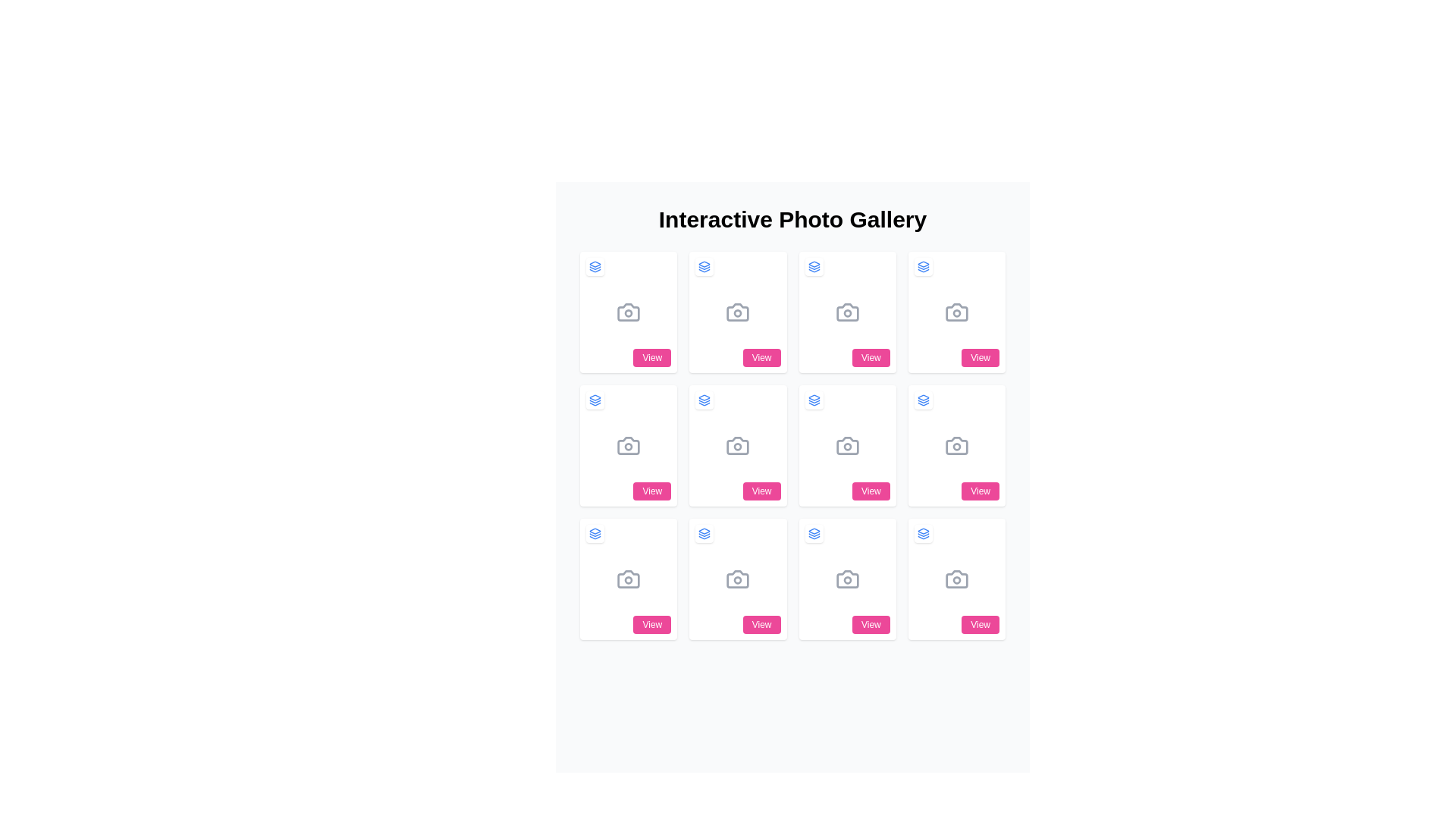  I want to click on the white card with a rounded shadow effect that contains a blue stacked-layers icon, a camera icon, and a pink 'View' button, located as the second card in the second row of the grid layout, so click(738, 444).